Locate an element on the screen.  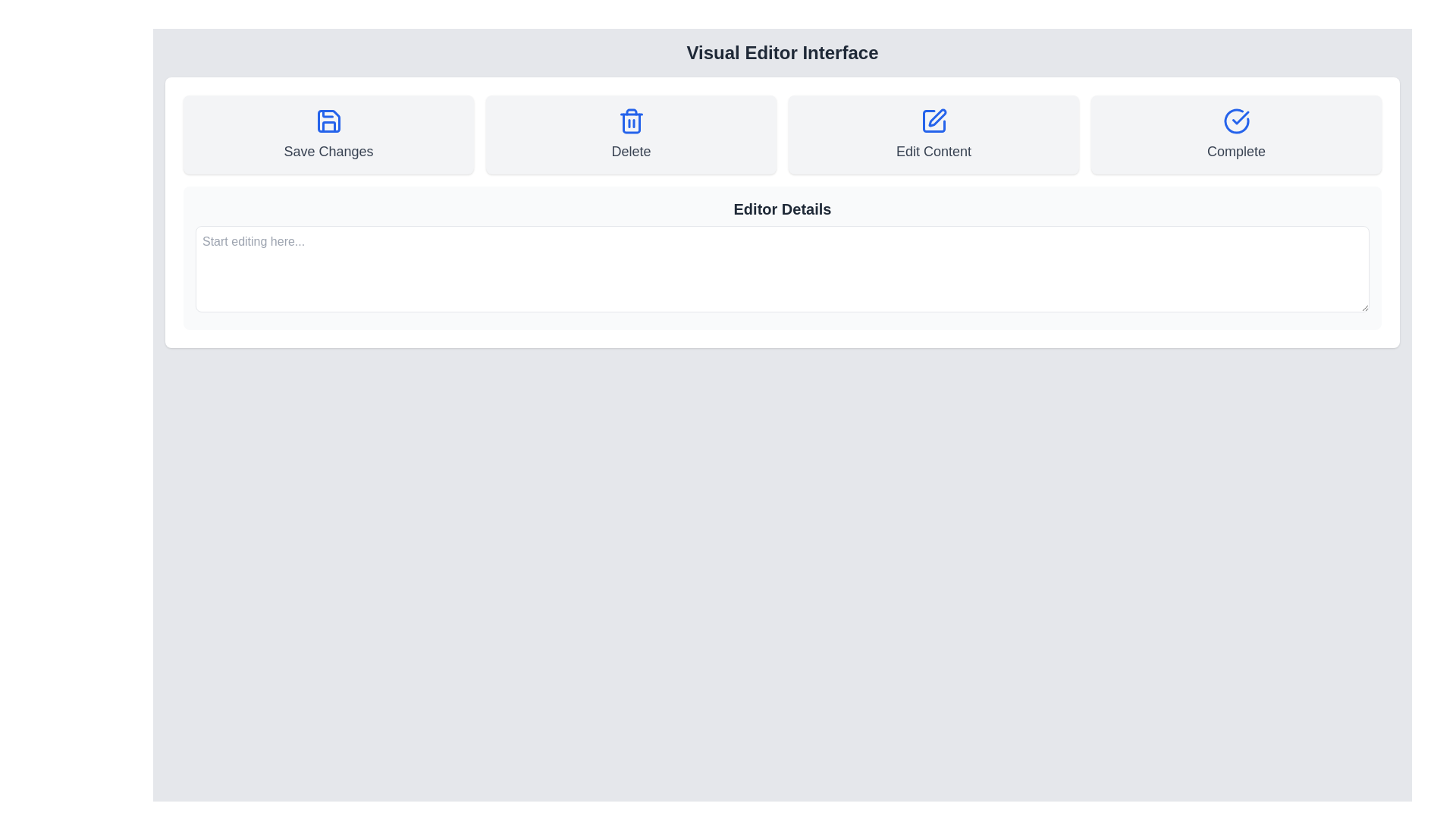
the 'Delete' text label, which is styled in medium weight gray font and located below a trash can icon in the options section is located at coordinates (631, 152).